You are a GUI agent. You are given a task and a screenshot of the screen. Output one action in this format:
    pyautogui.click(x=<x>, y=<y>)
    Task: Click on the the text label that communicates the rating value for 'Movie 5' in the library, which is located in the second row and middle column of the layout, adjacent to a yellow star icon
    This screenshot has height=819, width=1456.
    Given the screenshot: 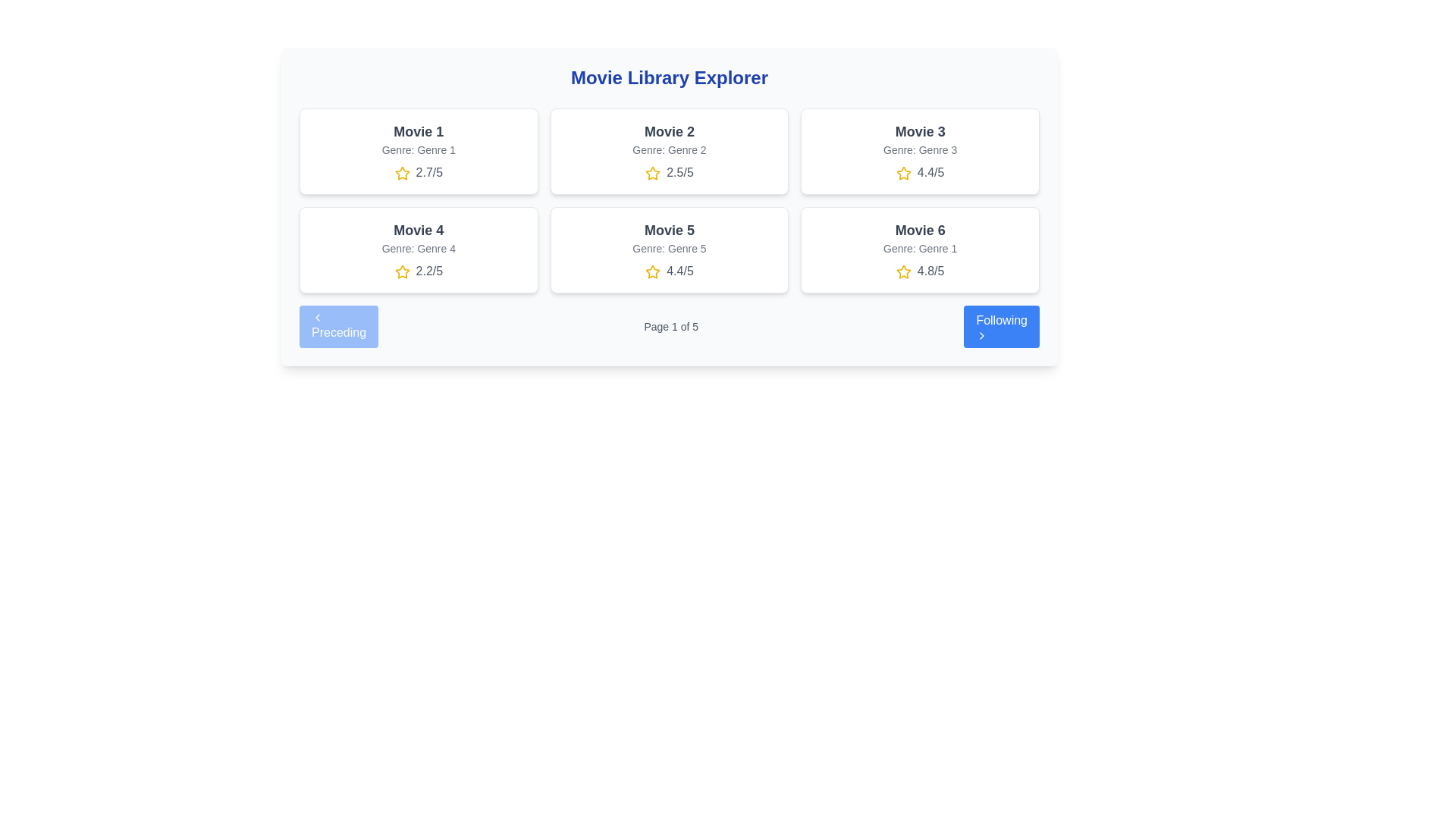 What is the action you would take?
    pyautogui.click(x=679, y=270)
    